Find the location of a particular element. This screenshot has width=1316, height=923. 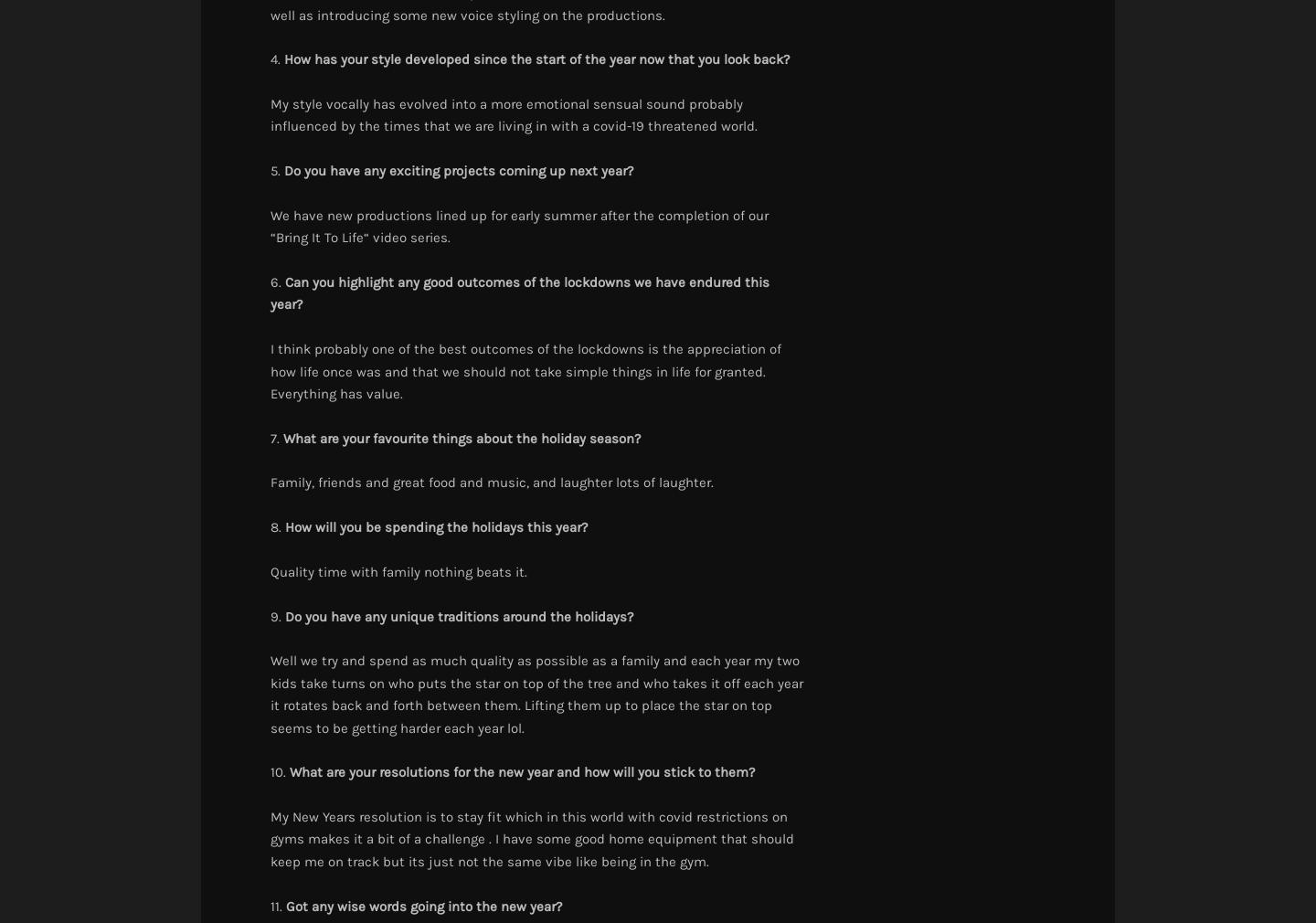

'What are your resolutions for the new year and how will you stick to them?' is located at coordinates (522, 771).